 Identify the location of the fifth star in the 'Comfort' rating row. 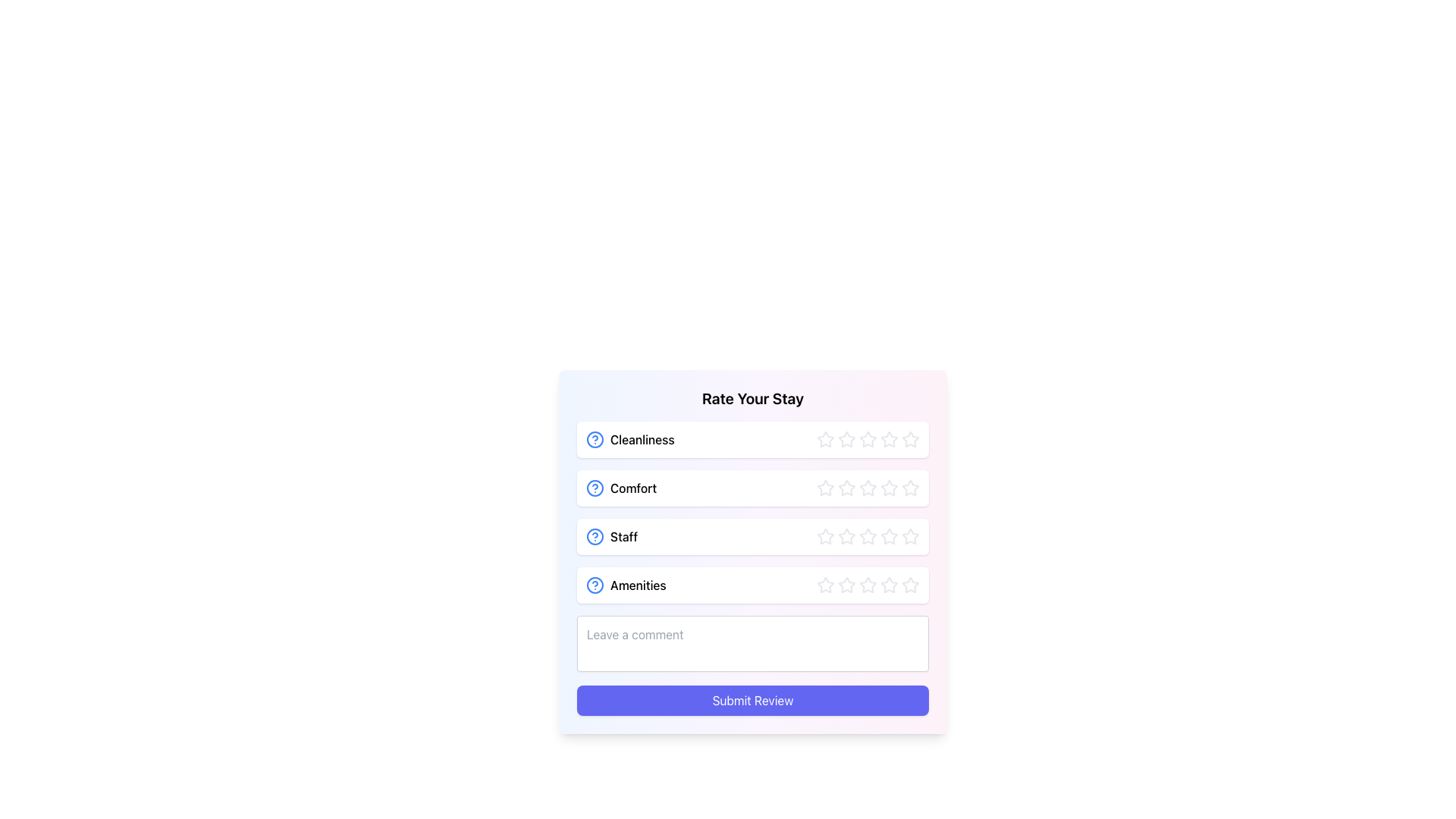
(910, 488).